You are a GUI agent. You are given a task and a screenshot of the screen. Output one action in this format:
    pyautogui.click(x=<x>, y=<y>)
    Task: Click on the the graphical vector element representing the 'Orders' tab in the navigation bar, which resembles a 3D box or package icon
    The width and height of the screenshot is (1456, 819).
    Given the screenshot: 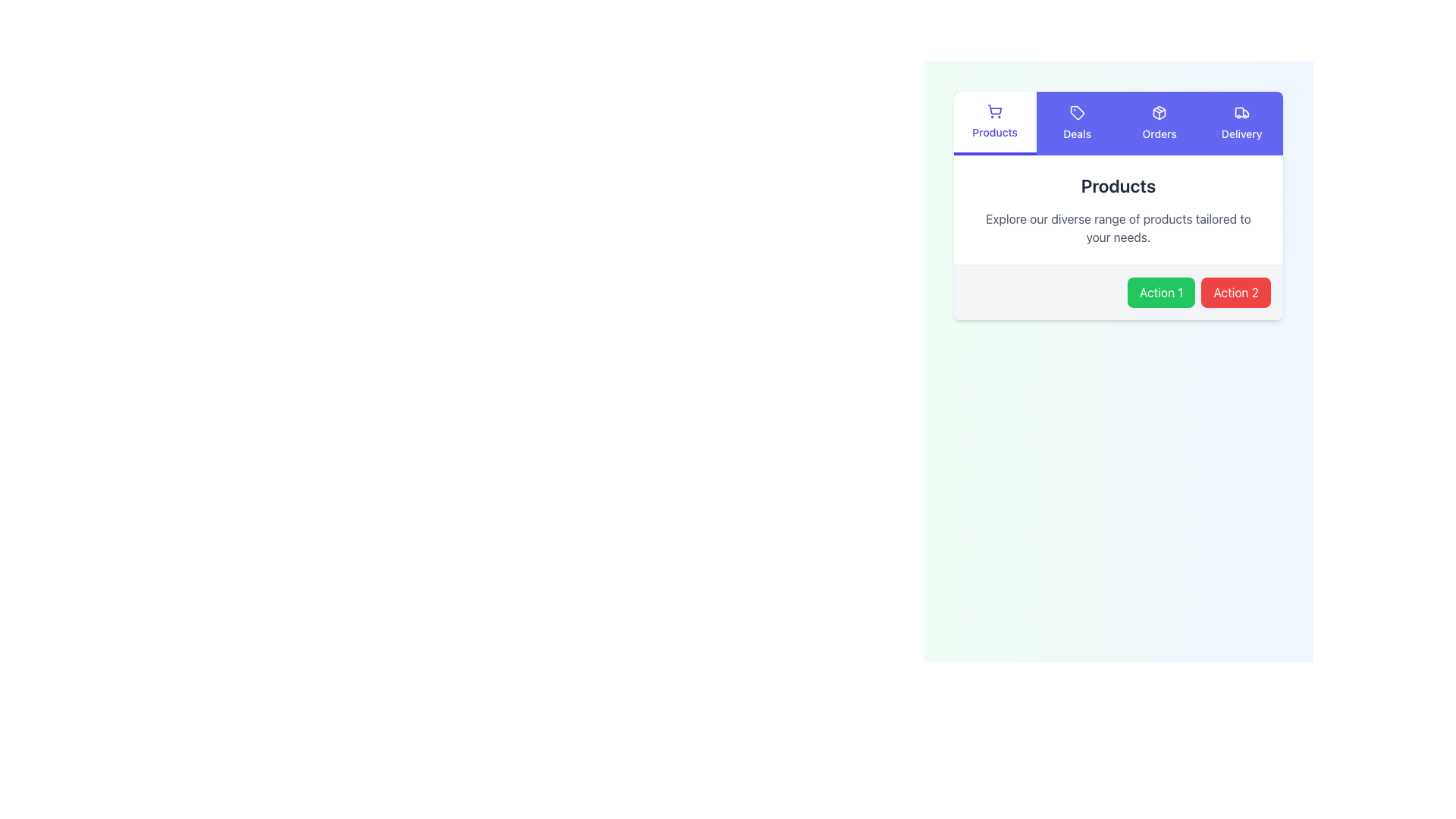 What is the action you would take?
    pyautogui.click(x=1159, y=112)
    